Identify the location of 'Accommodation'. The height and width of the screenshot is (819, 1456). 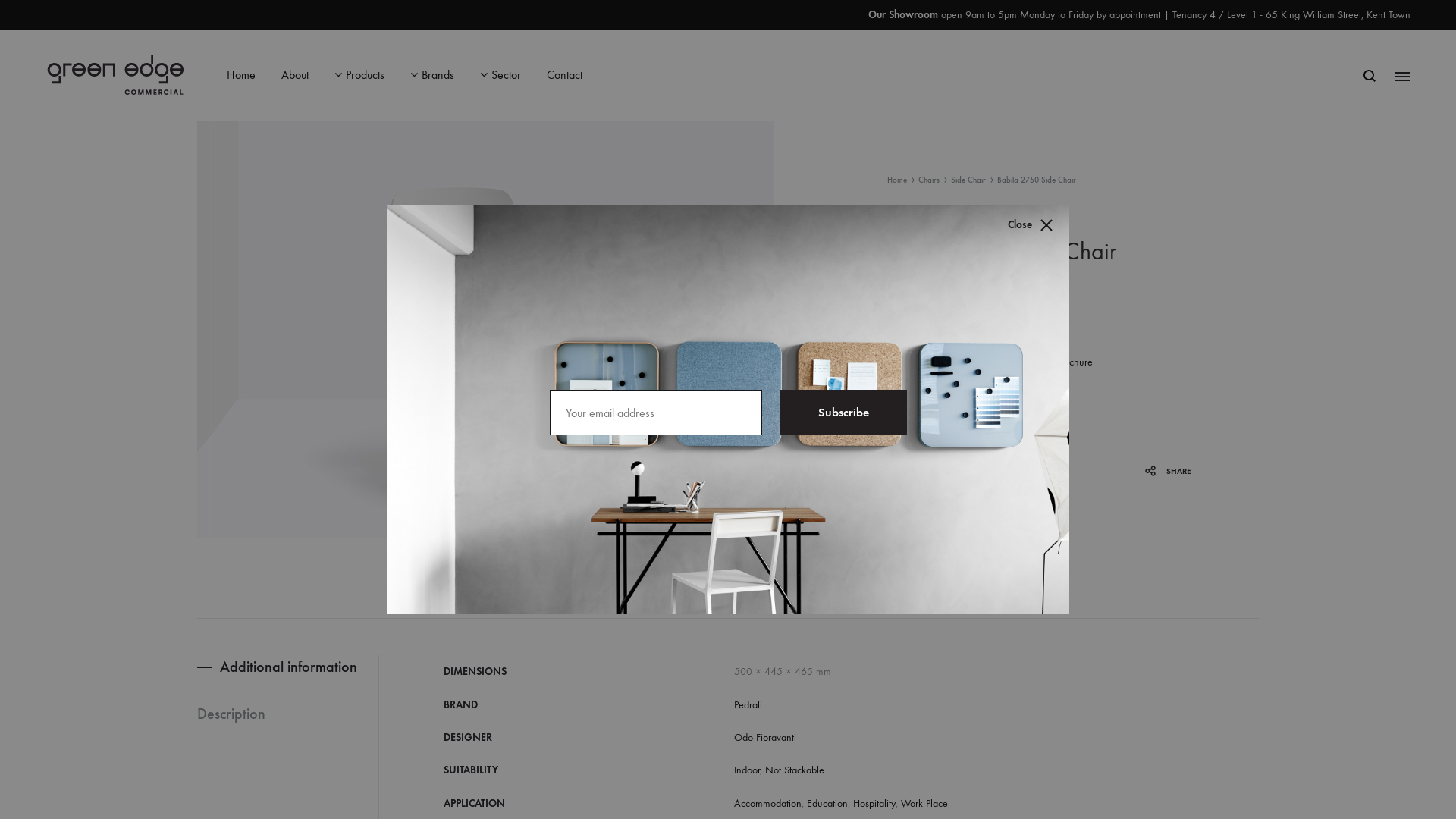
(767, 802).